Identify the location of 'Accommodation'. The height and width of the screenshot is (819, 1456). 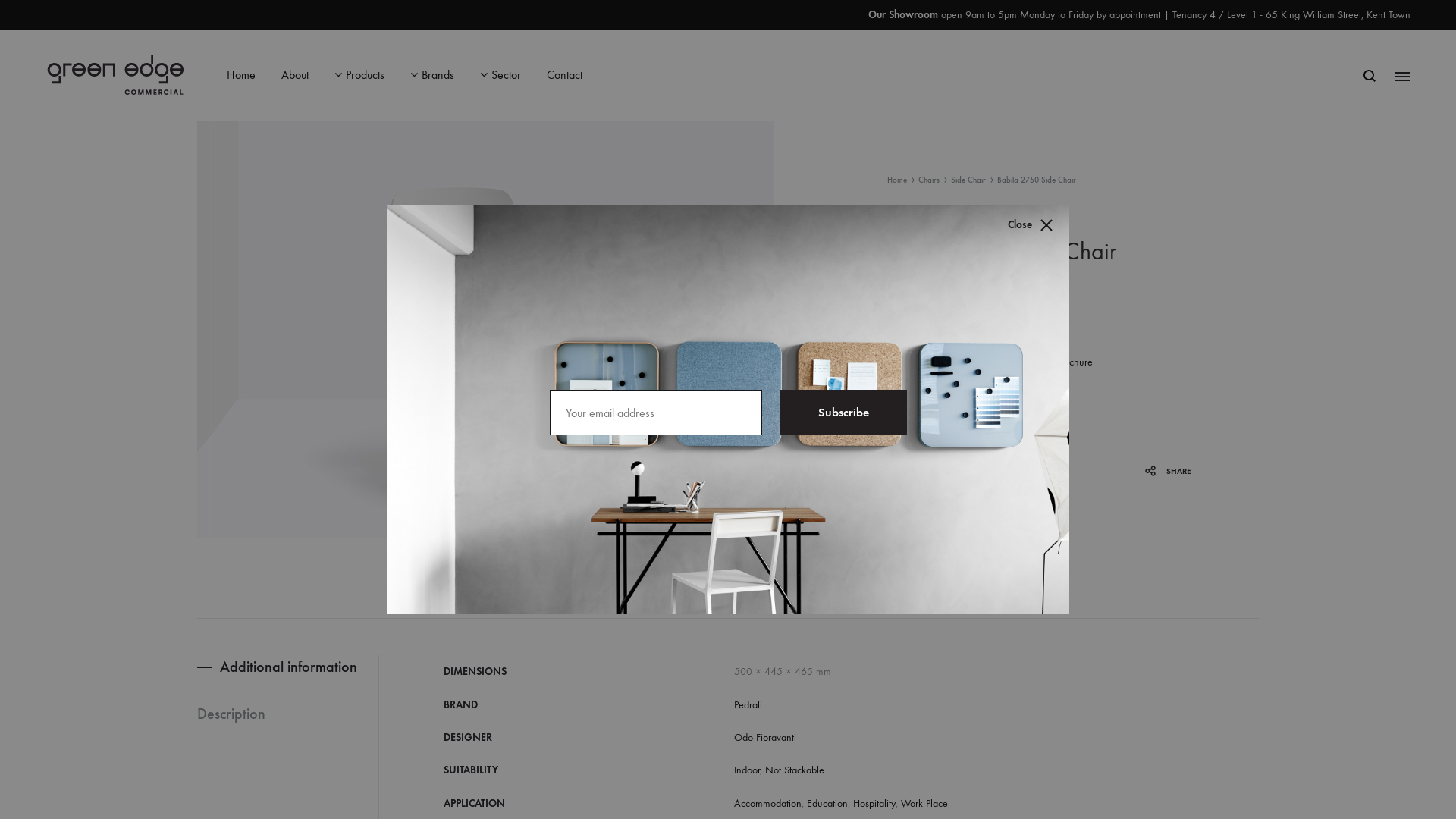
(767, 802).